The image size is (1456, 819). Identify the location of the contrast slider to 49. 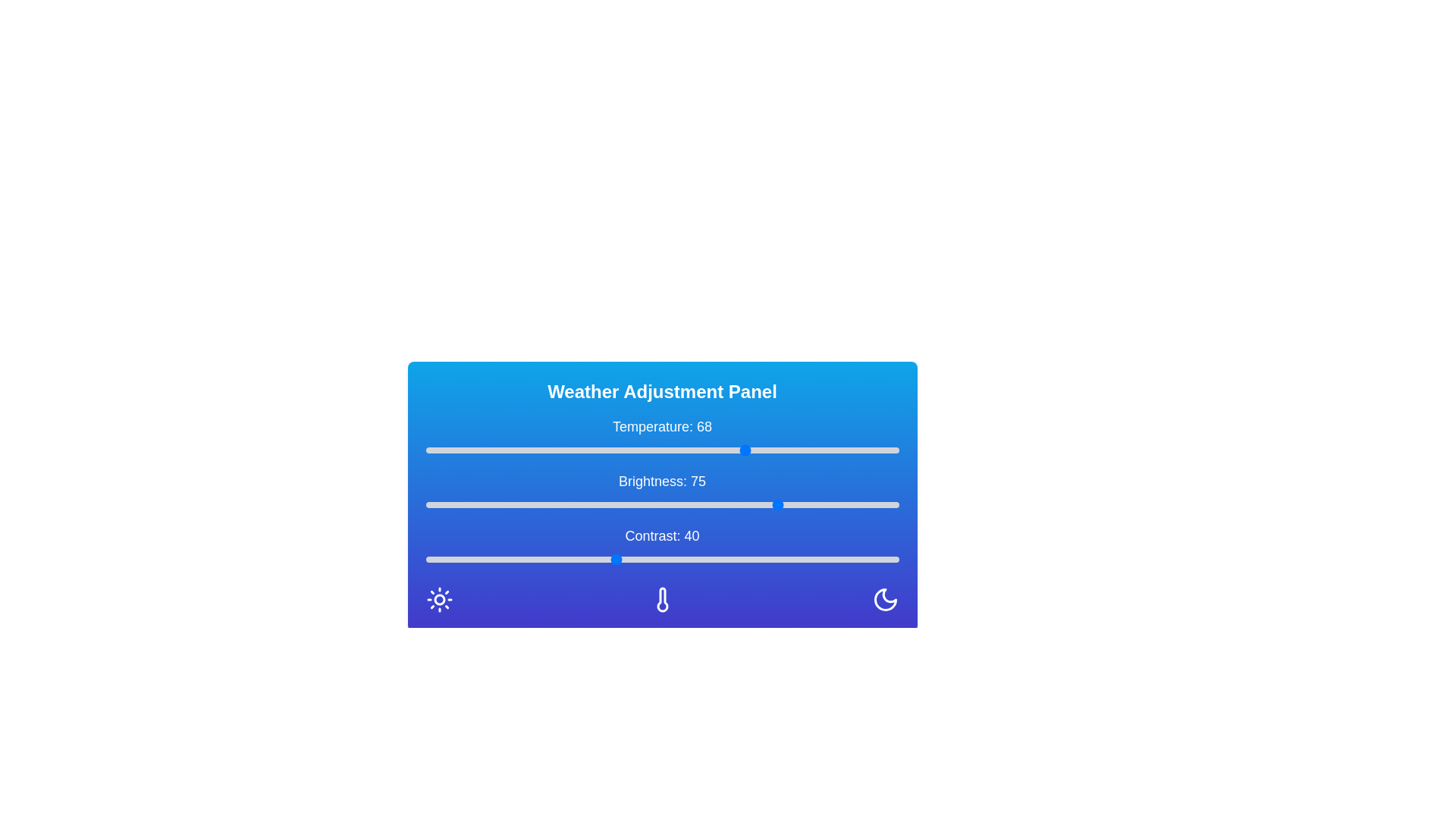
(657, 559).